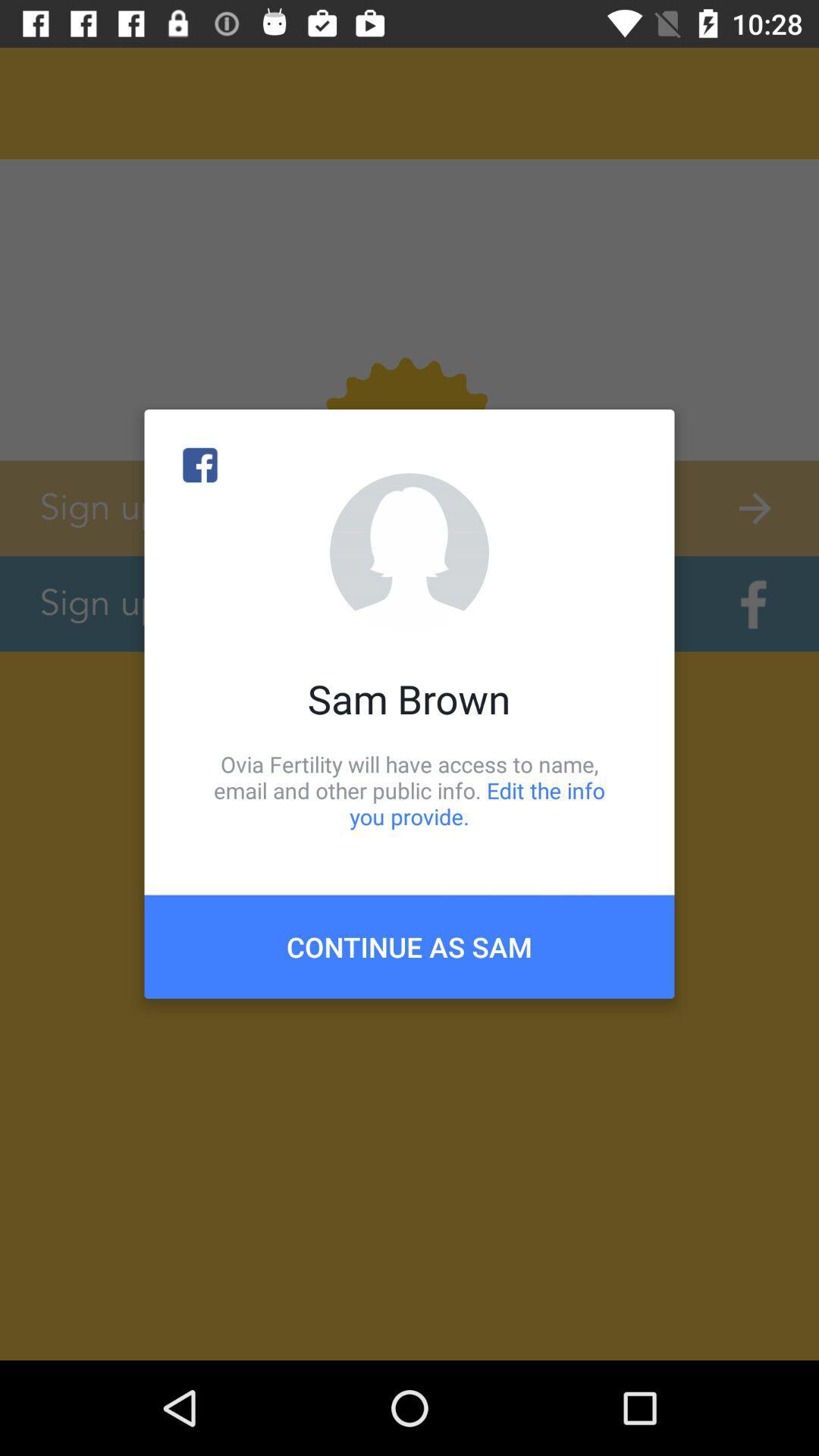 Image resolution: width=819 pixels, height=1456 pixels. What do you see at coordinates (409, 946) in the screenshot?
I see `icon below the ovia fertility will item` at bounding box center [409, 946].